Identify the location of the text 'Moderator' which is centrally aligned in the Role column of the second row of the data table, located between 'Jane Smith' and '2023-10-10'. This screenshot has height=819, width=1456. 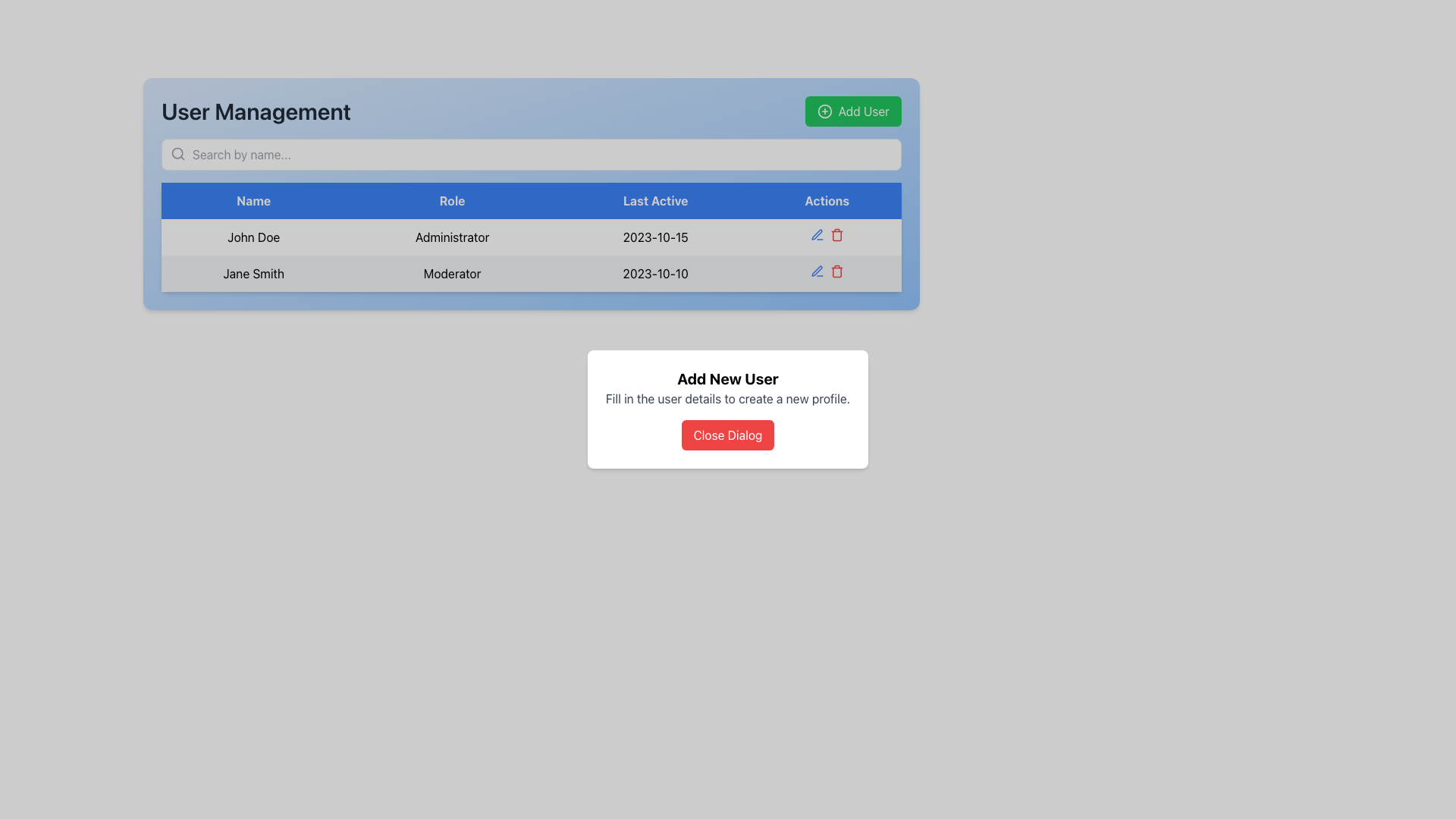
(451, 274).